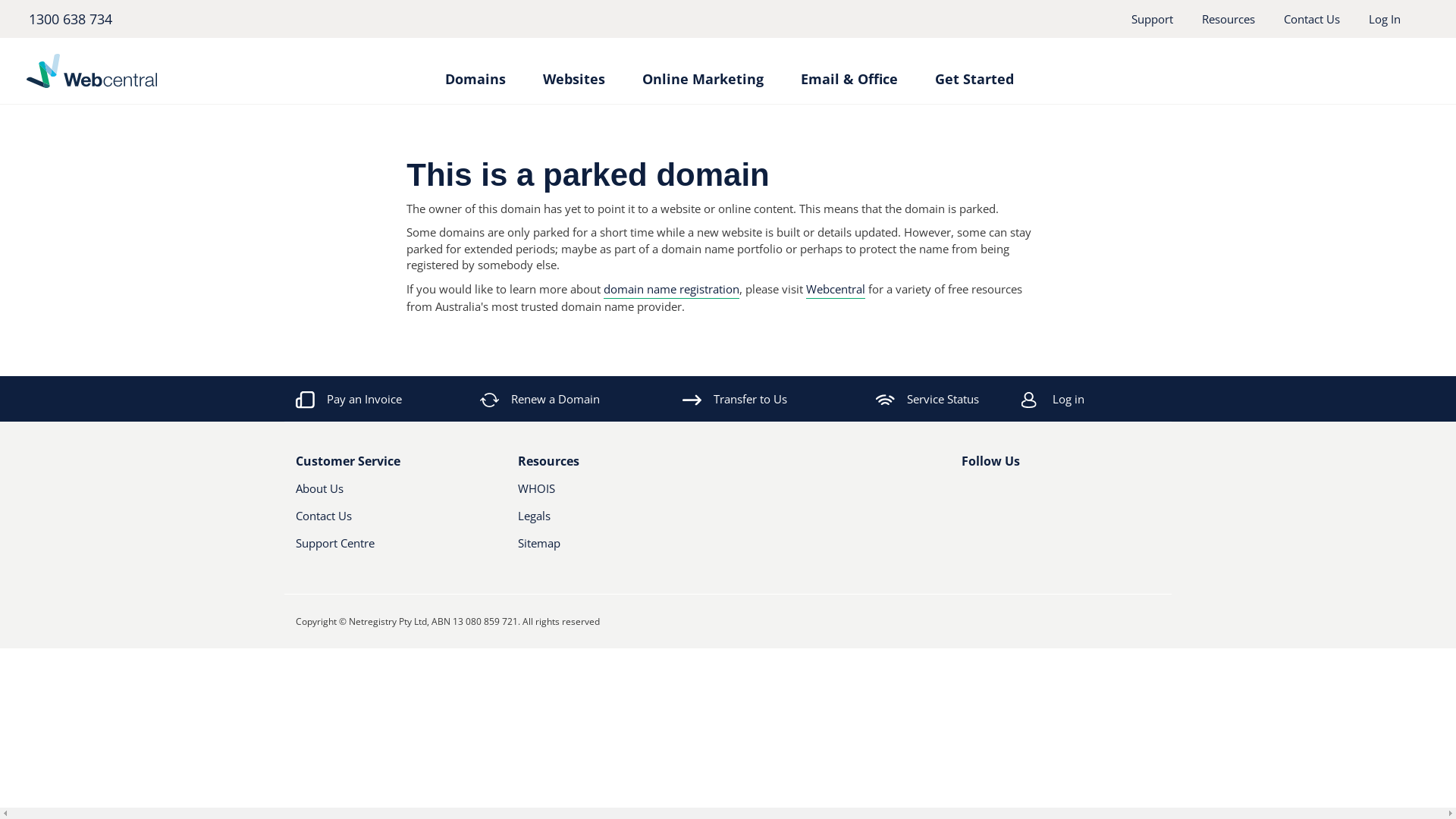  What do you see at coordinates (1044, 494) in the screenshot?
I see `'RSS'` at bounding box center [1044, 494].